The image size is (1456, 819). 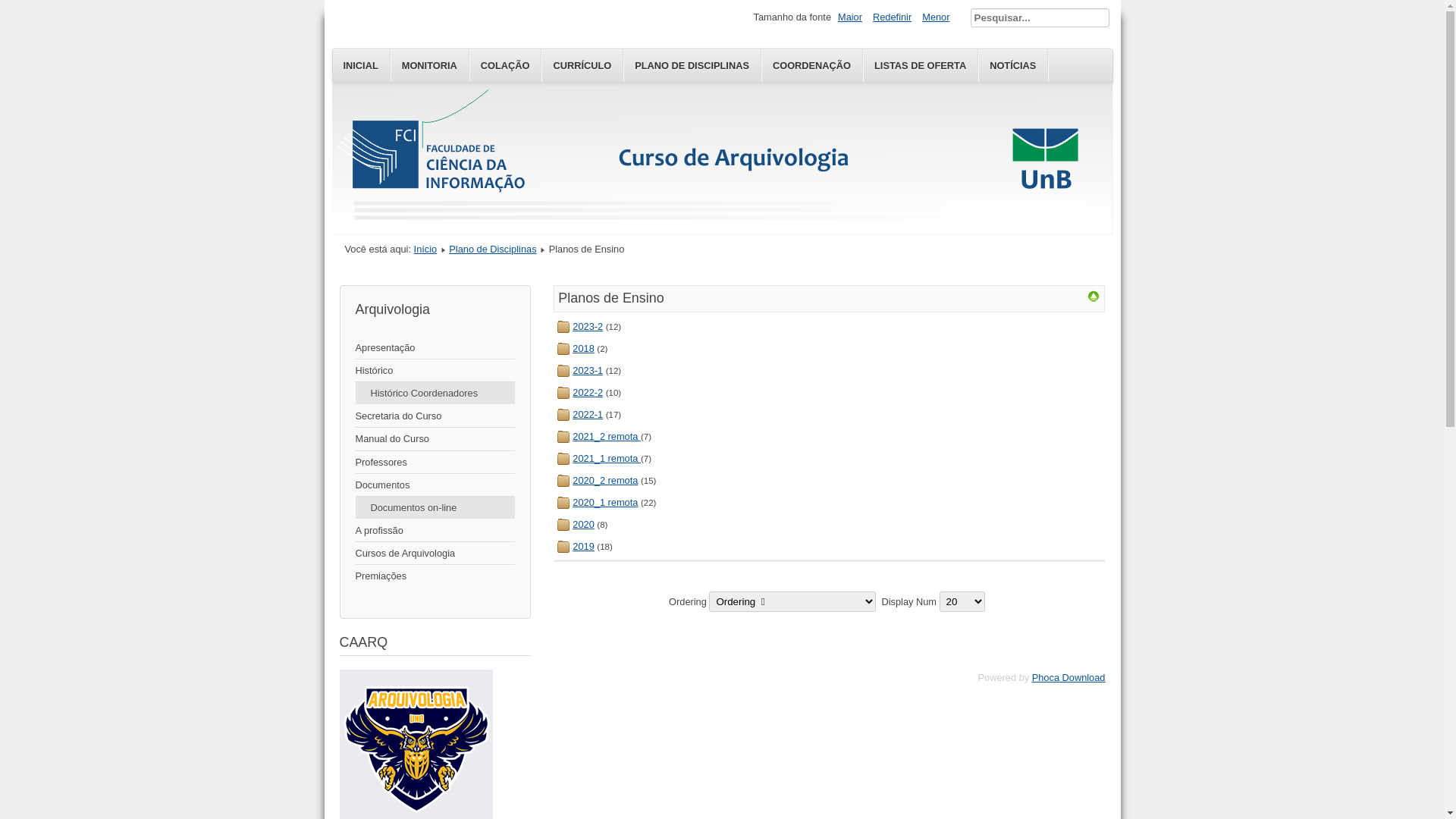 I want to click on 'Redefinir', so click(x=869, y=17).